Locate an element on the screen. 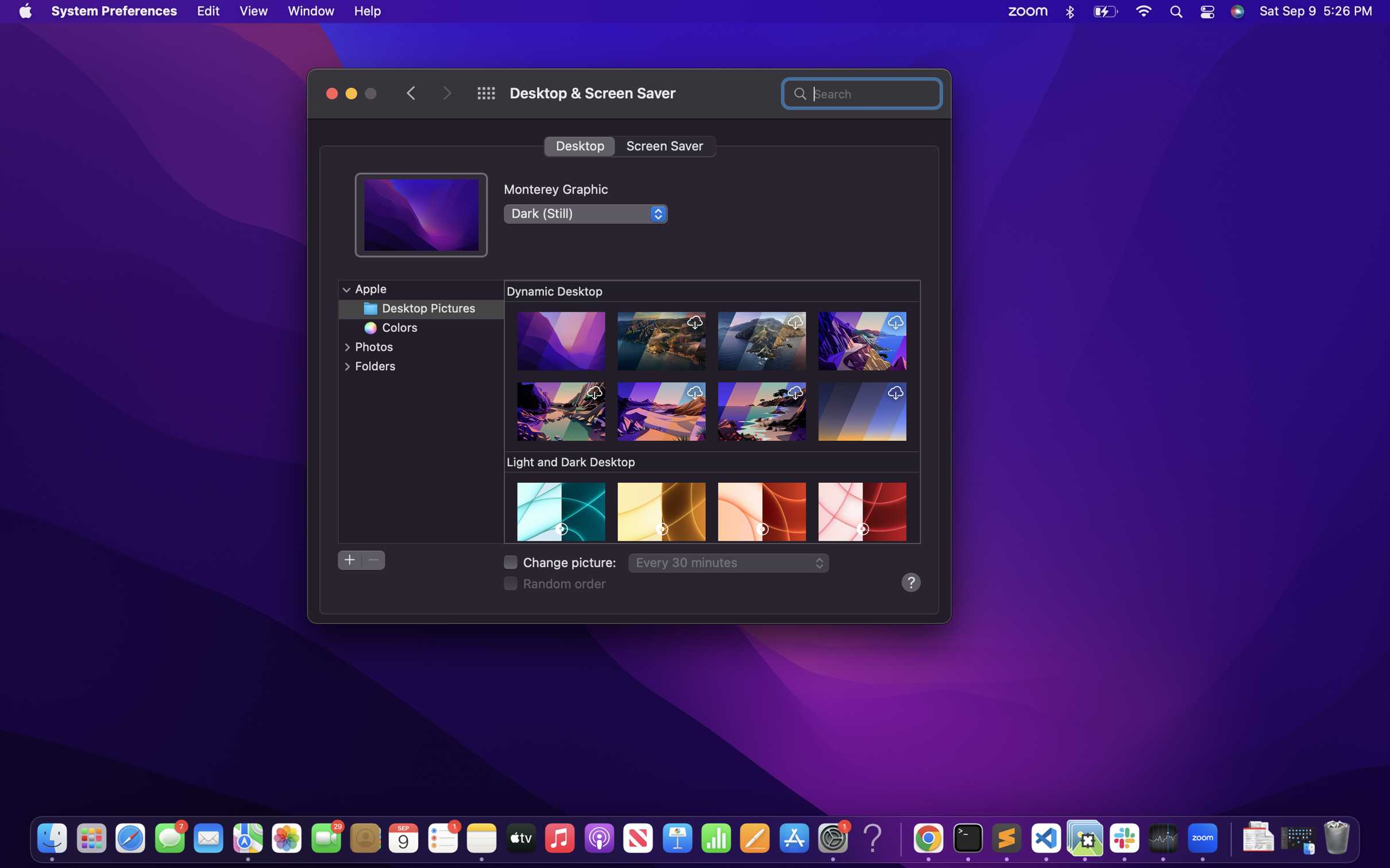 This screenshot has height=868, width=1390. Activate the search box is located at coordinates (862, 92).